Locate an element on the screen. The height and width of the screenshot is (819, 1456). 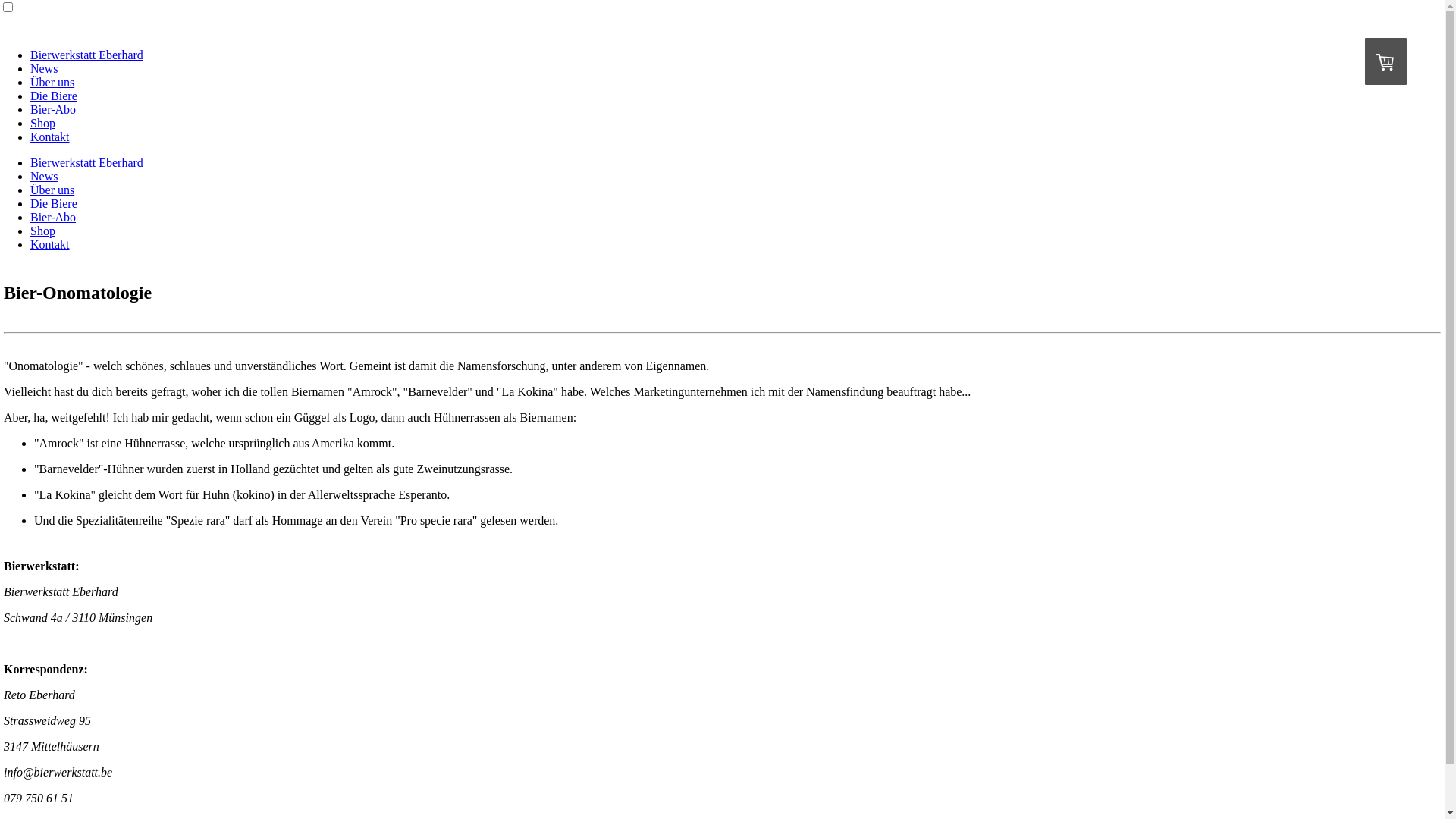
'News' is located at coordinates (43, 68).